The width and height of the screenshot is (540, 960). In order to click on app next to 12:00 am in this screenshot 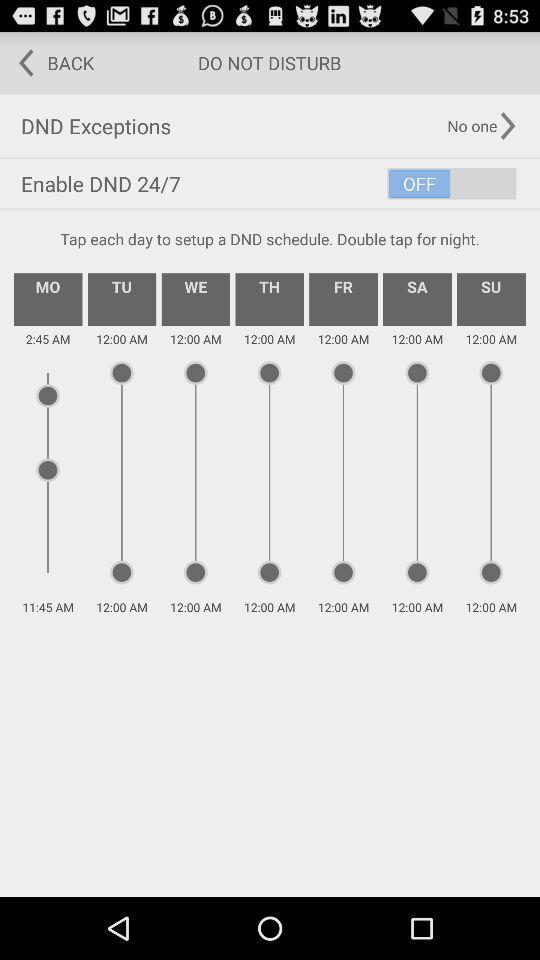, I will do `click(48, 298)`.